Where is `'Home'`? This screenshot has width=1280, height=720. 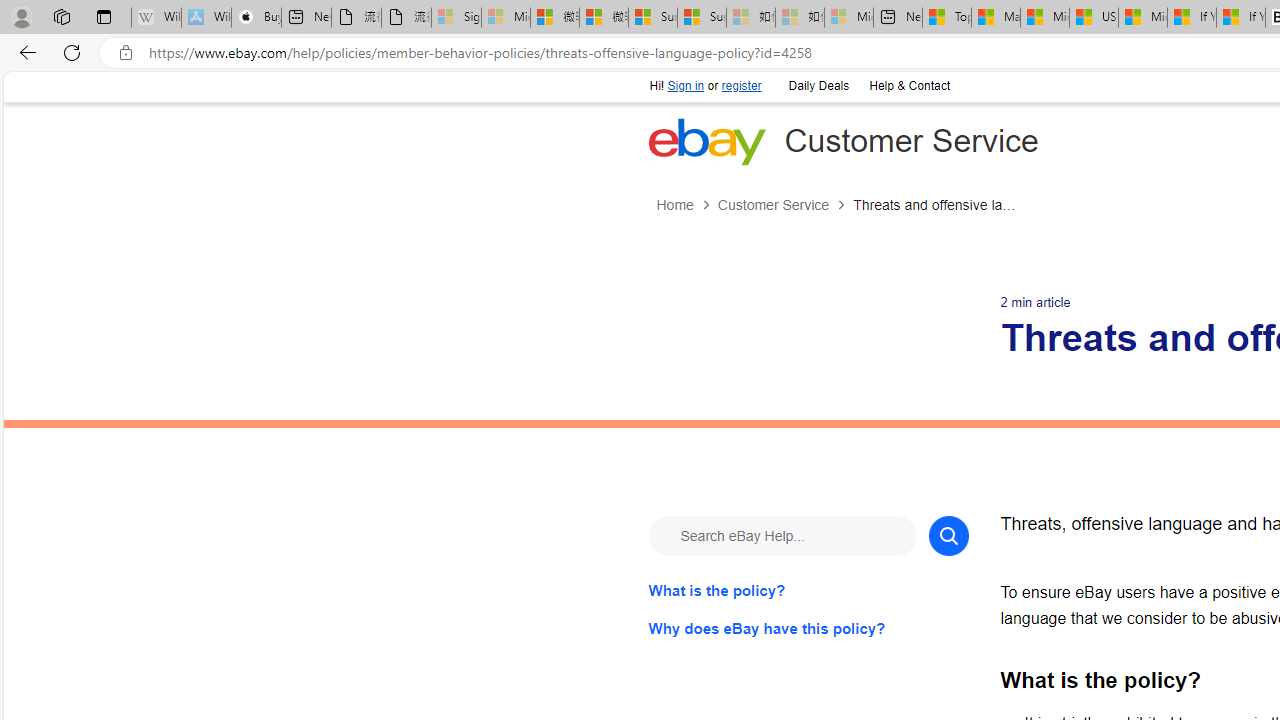 'Home' is located at coordinates (686, 205).